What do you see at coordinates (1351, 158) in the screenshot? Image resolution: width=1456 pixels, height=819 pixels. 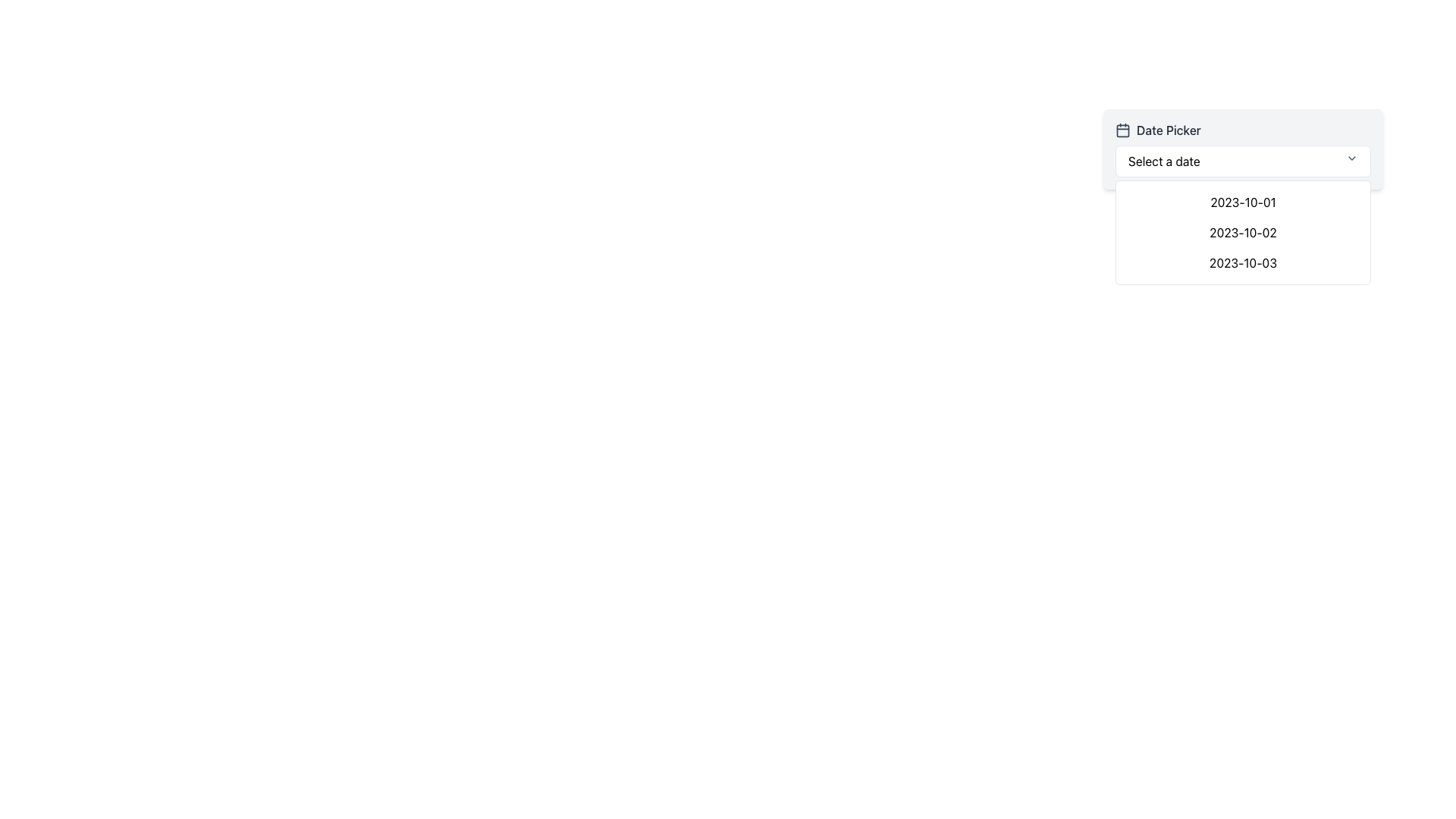 I see `the downward-facing chevron icon at the far-right side of the 'Select a date' dropdown in the 'Date Picker' component` at bounding box center [1351, 158].